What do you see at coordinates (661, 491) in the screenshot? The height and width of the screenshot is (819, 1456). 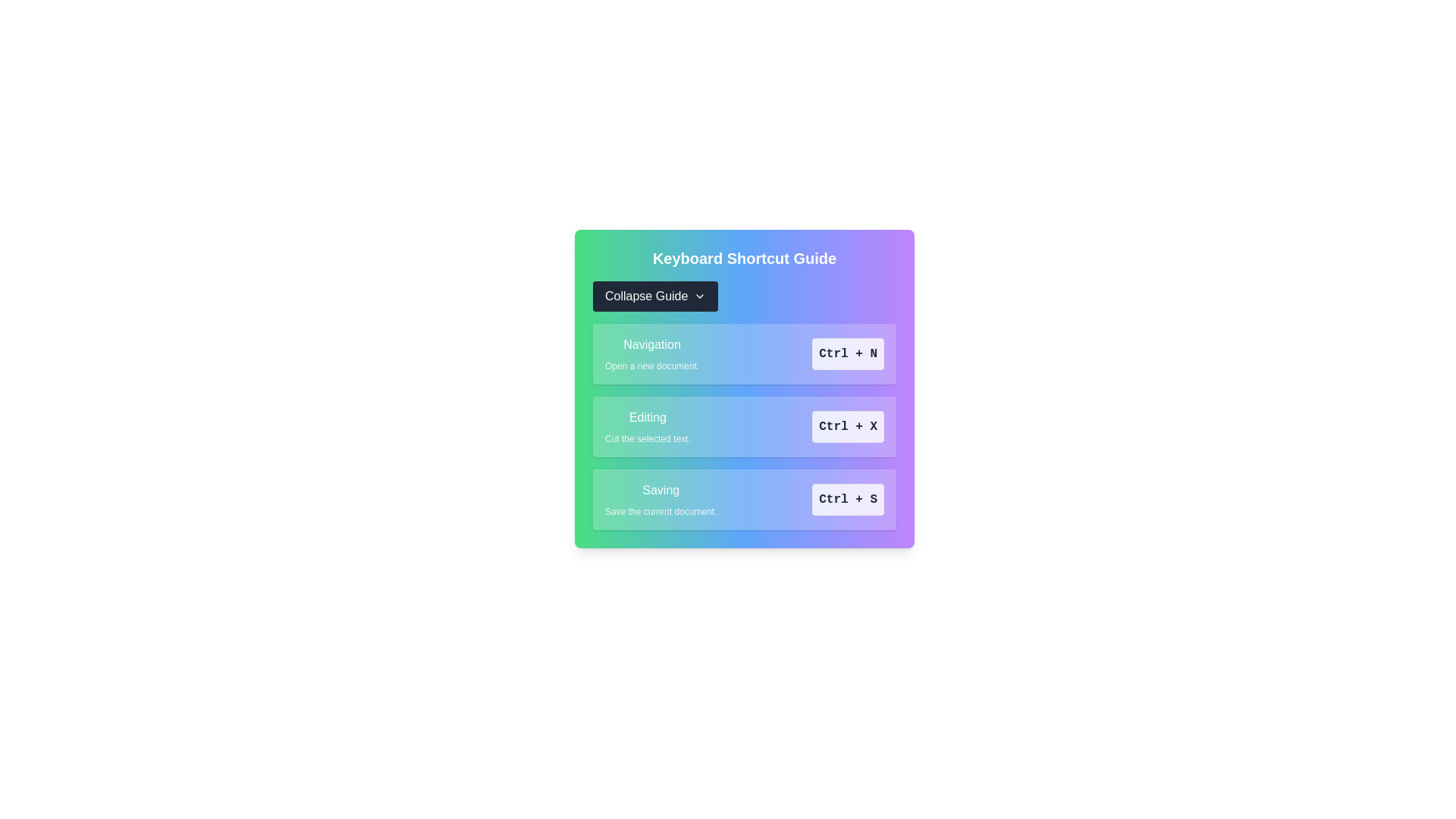 I see `the 'Saving' text label which is displayed in a medium-weight white font within a gradient-colored box transitioning from green to blue, positioned in the lower section of the interface` at bounding box center [661, 491].